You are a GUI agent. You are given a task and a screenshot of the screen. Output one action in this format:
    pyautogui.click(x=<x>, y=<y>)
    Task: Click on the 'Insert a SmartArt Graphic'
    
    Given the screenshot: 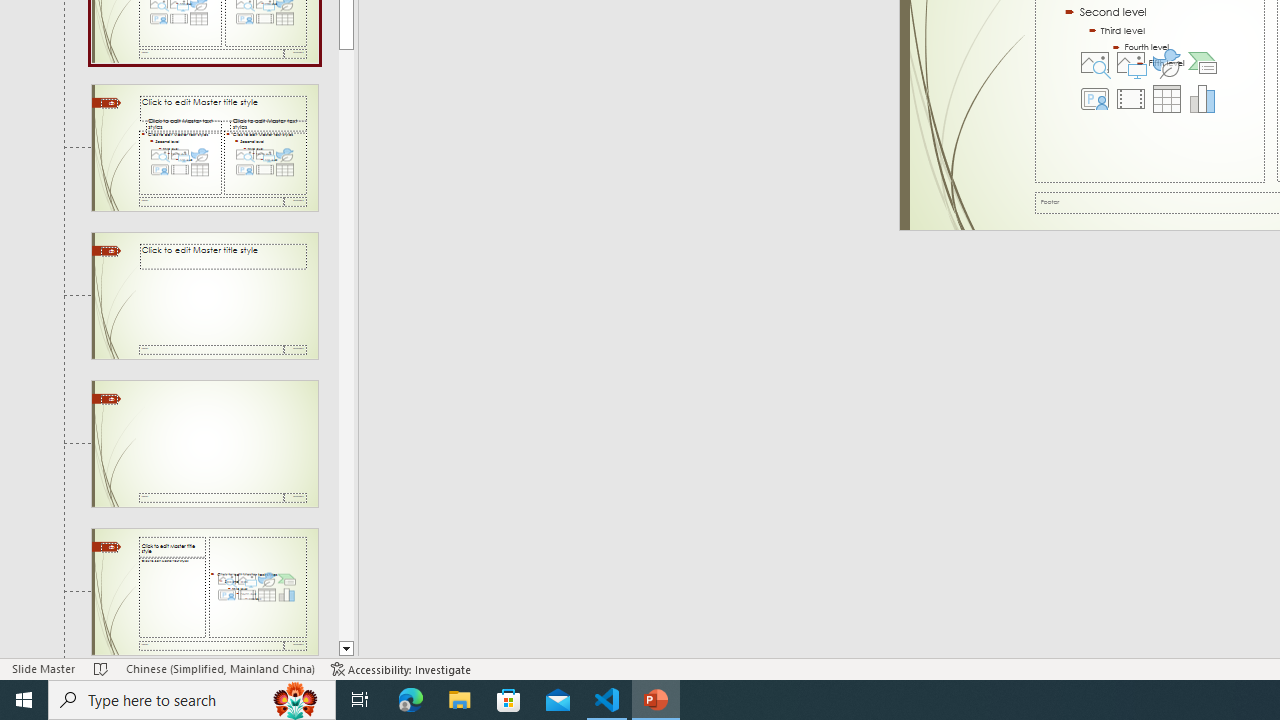 What is the action you would take?
    pyautogui.click(x=1201, y=61)
    